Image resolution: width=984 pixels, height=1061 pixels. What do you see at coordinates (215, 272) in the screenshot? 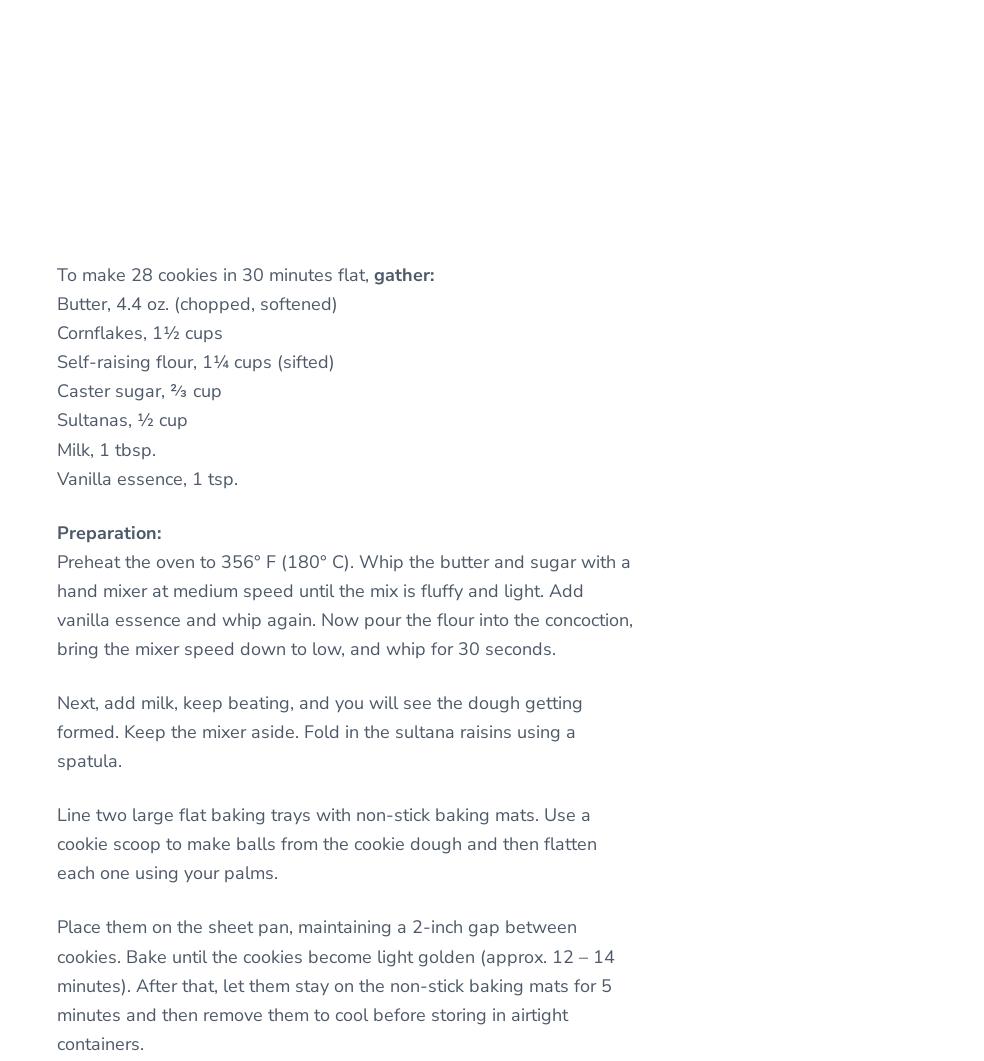
I see `'To make 28 cookies in 30 minutes flat,'` at bounding box center [215, 272].